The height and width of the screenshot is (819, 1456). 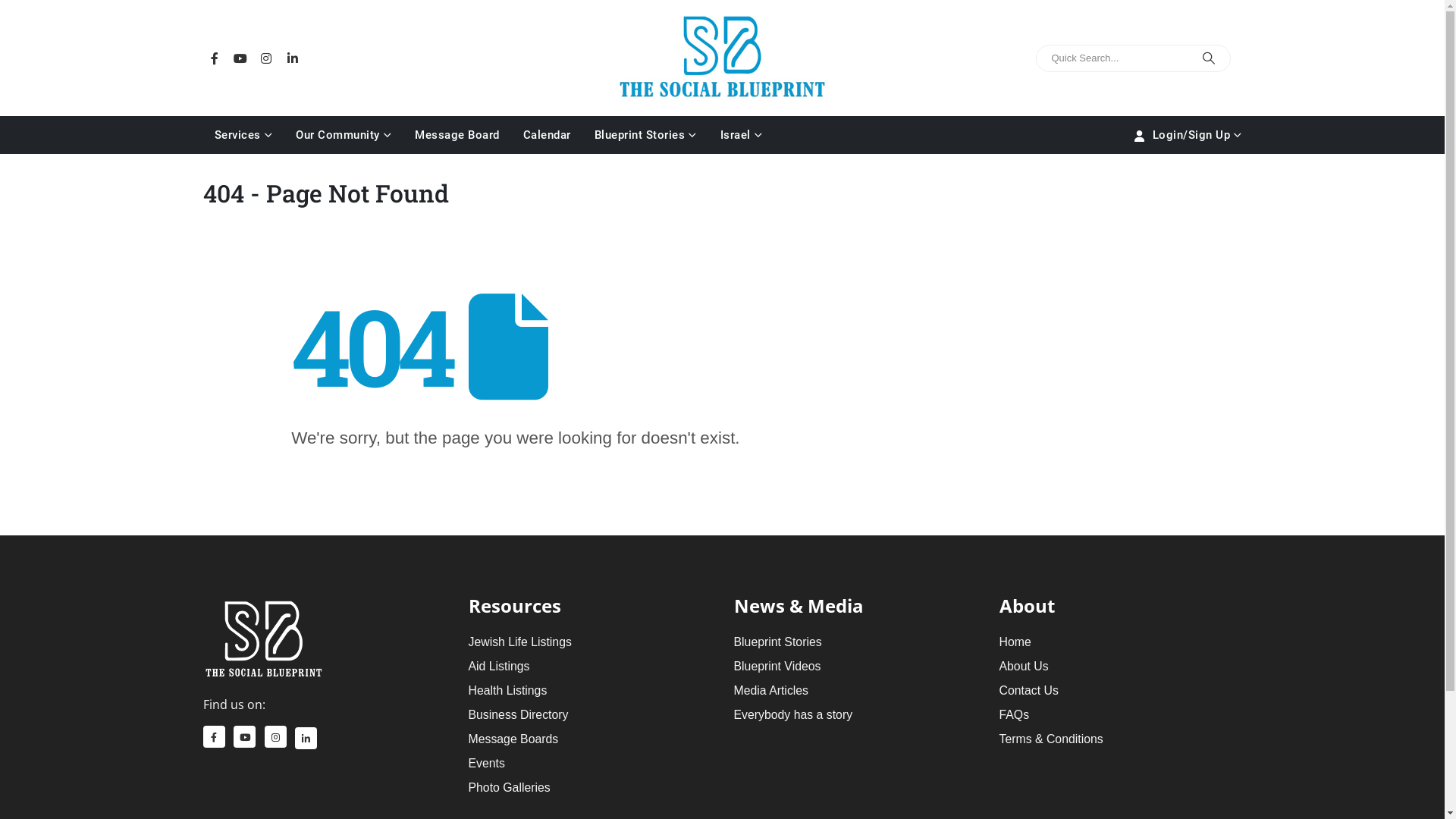 What do you see at coordinates (734, 665) in the screenshot?
I see `'Blueprint Videos'` at bounding box center [734, 665].